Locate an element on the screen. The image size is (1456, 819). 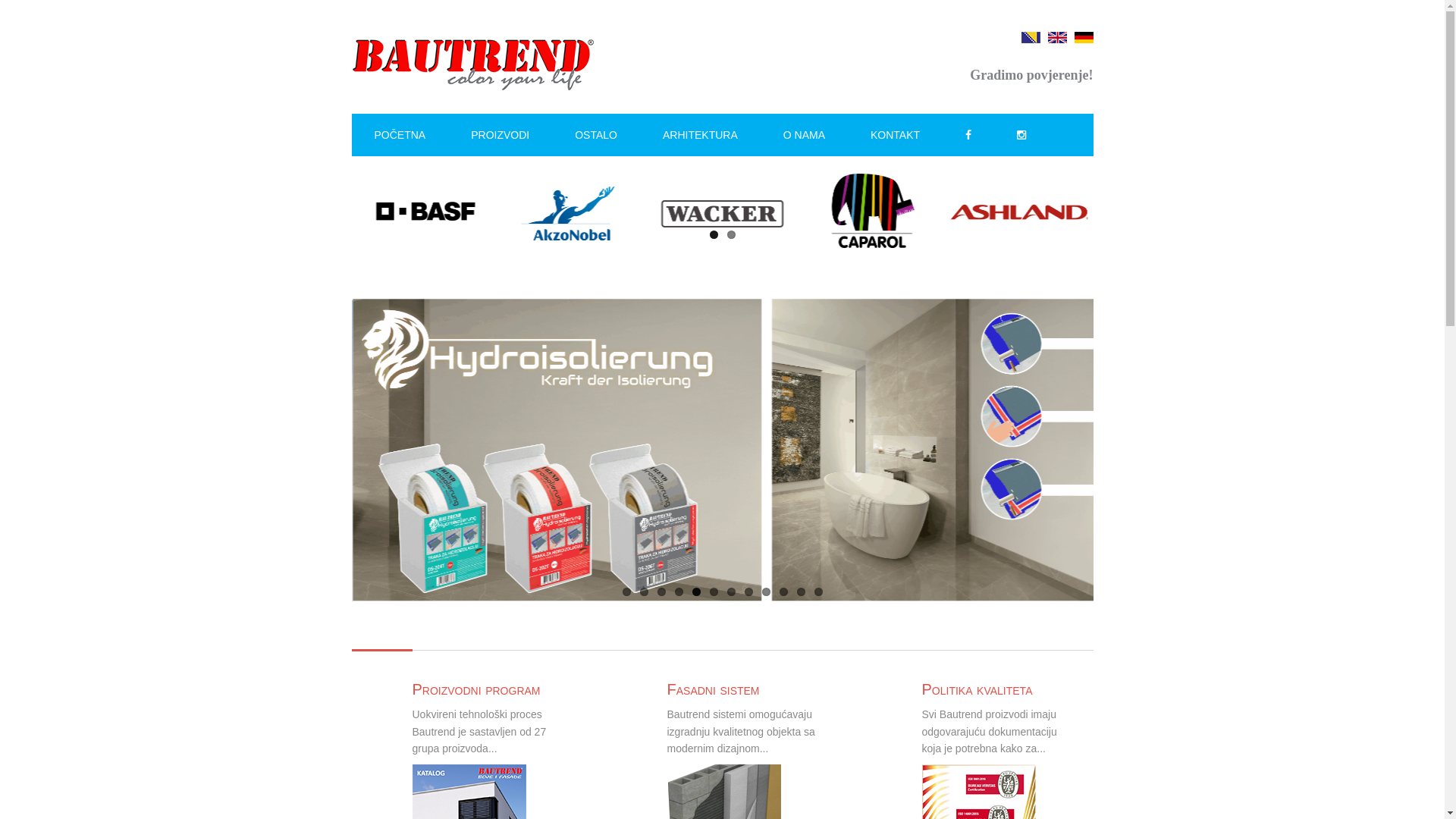
'Politika kvaliteta' is located at coordinates (921, 689).